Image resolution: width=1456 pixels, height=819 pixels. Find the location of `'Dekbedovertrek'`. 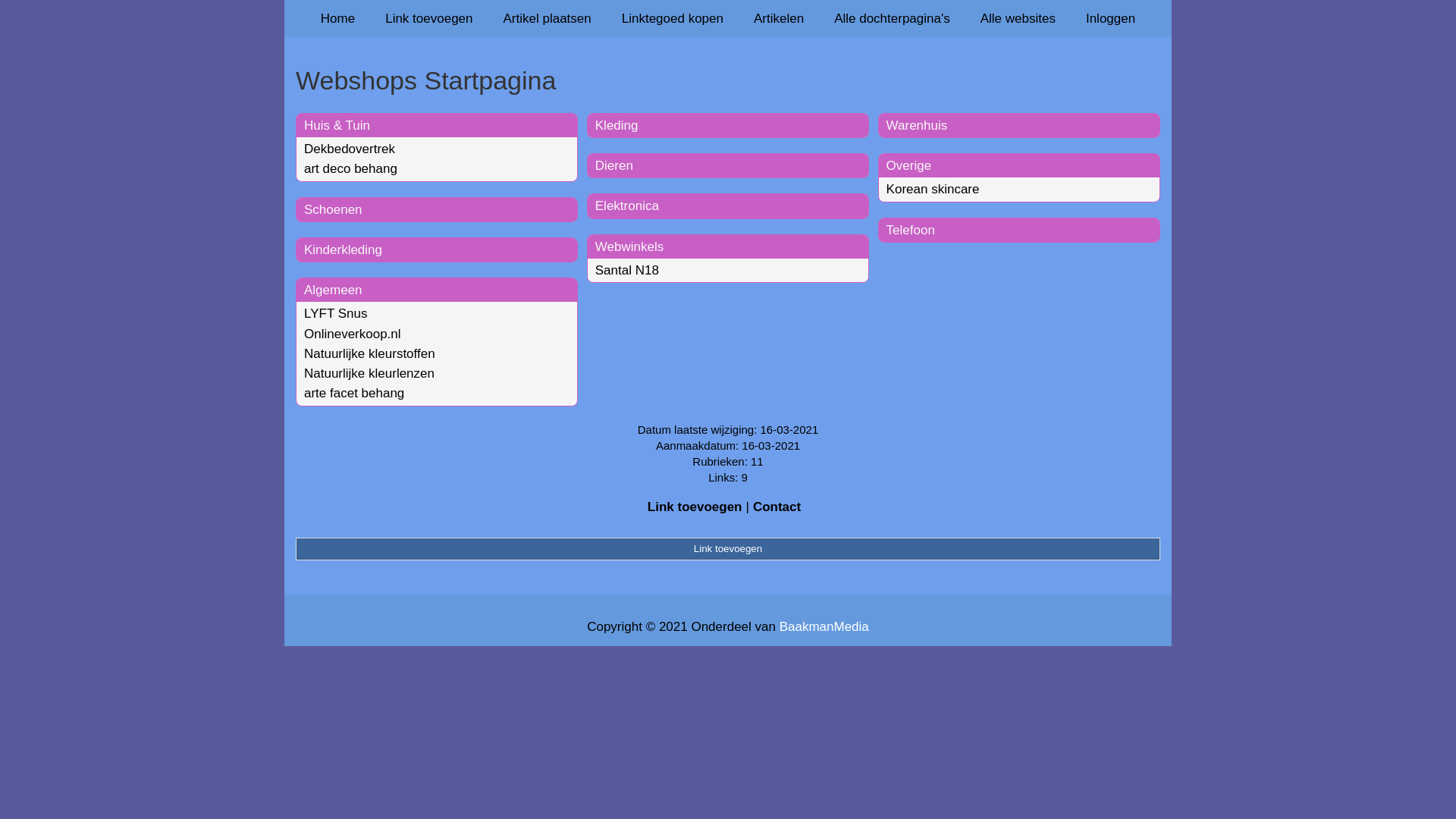

'Dekbedovertrek' is located at coordinates (348, 149).